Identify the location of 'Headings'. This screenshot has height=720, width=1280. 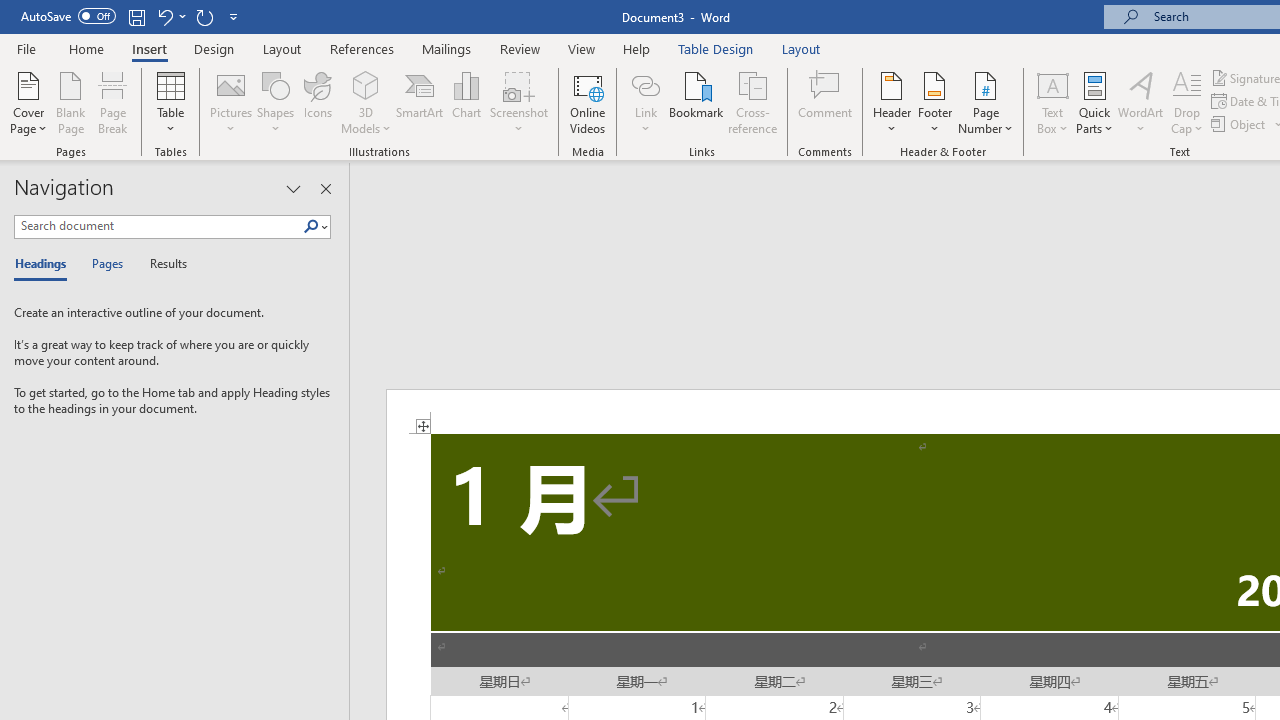
(45, 264).